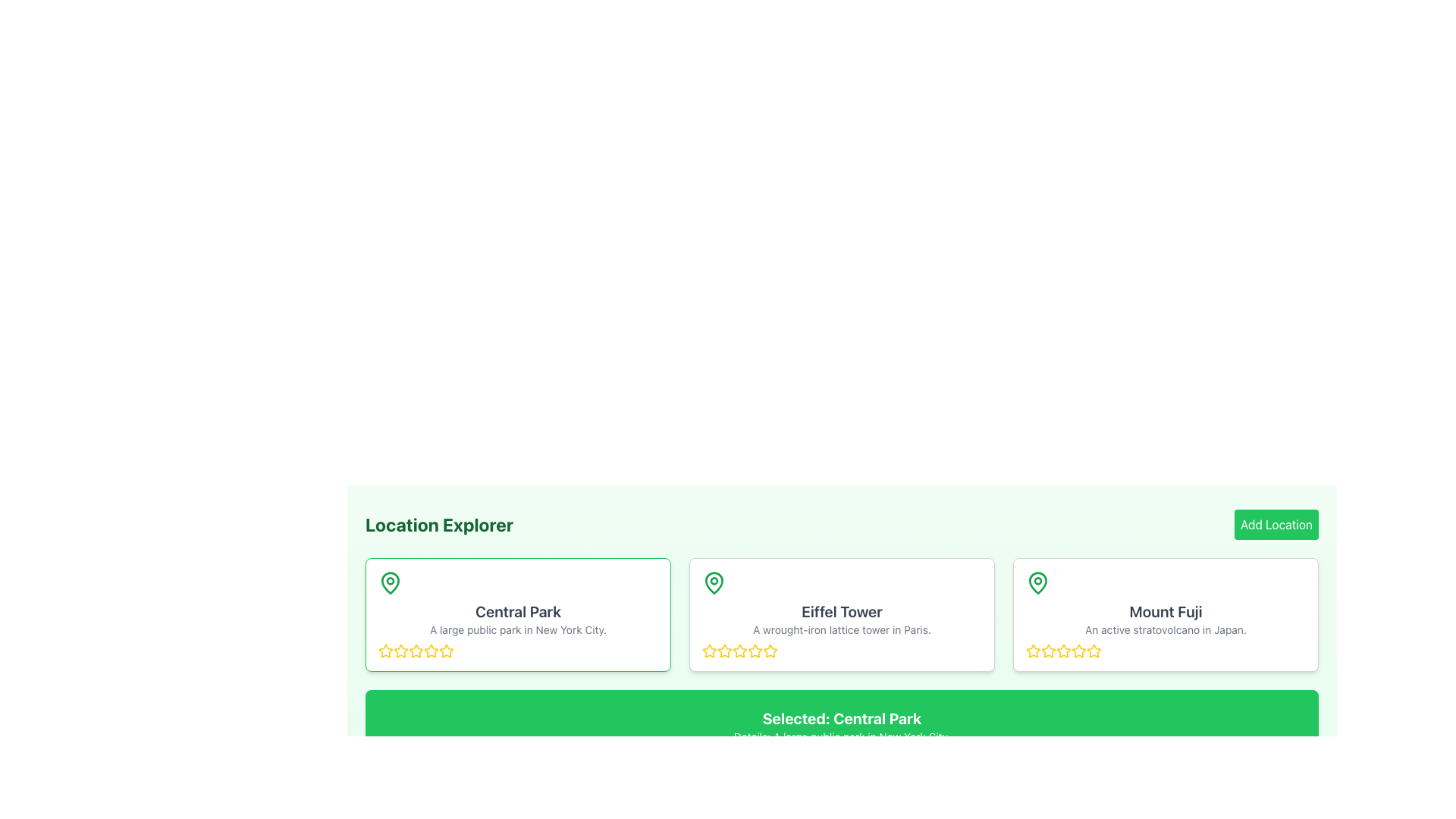  I want to click on the first SVG star icon in the rating section of the 'Central Park' card under the 'Location Explorer' heading, so click(400, 650).